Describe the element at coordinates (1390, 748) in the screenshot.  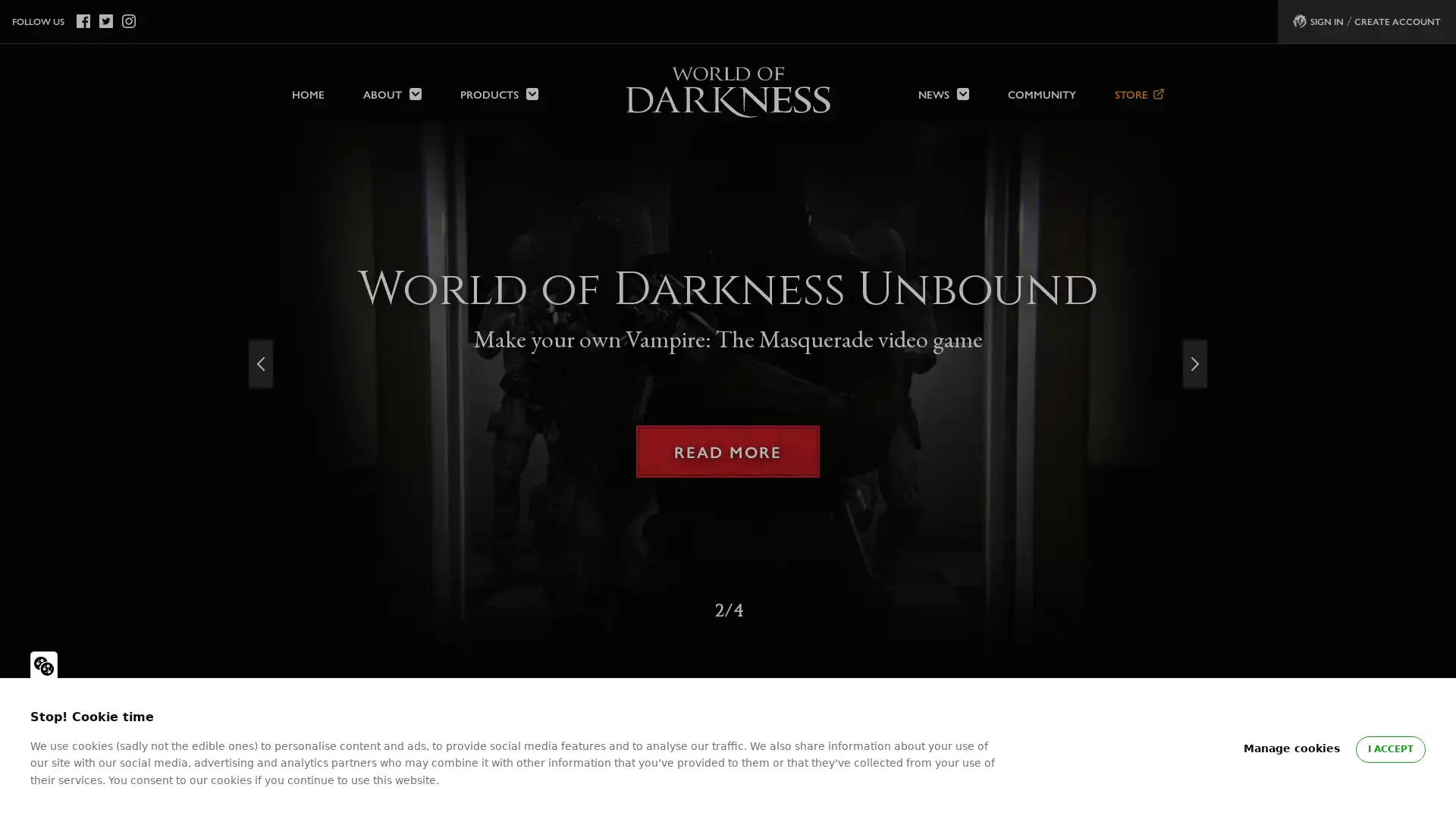
I see `I ACCEPT` at that location.